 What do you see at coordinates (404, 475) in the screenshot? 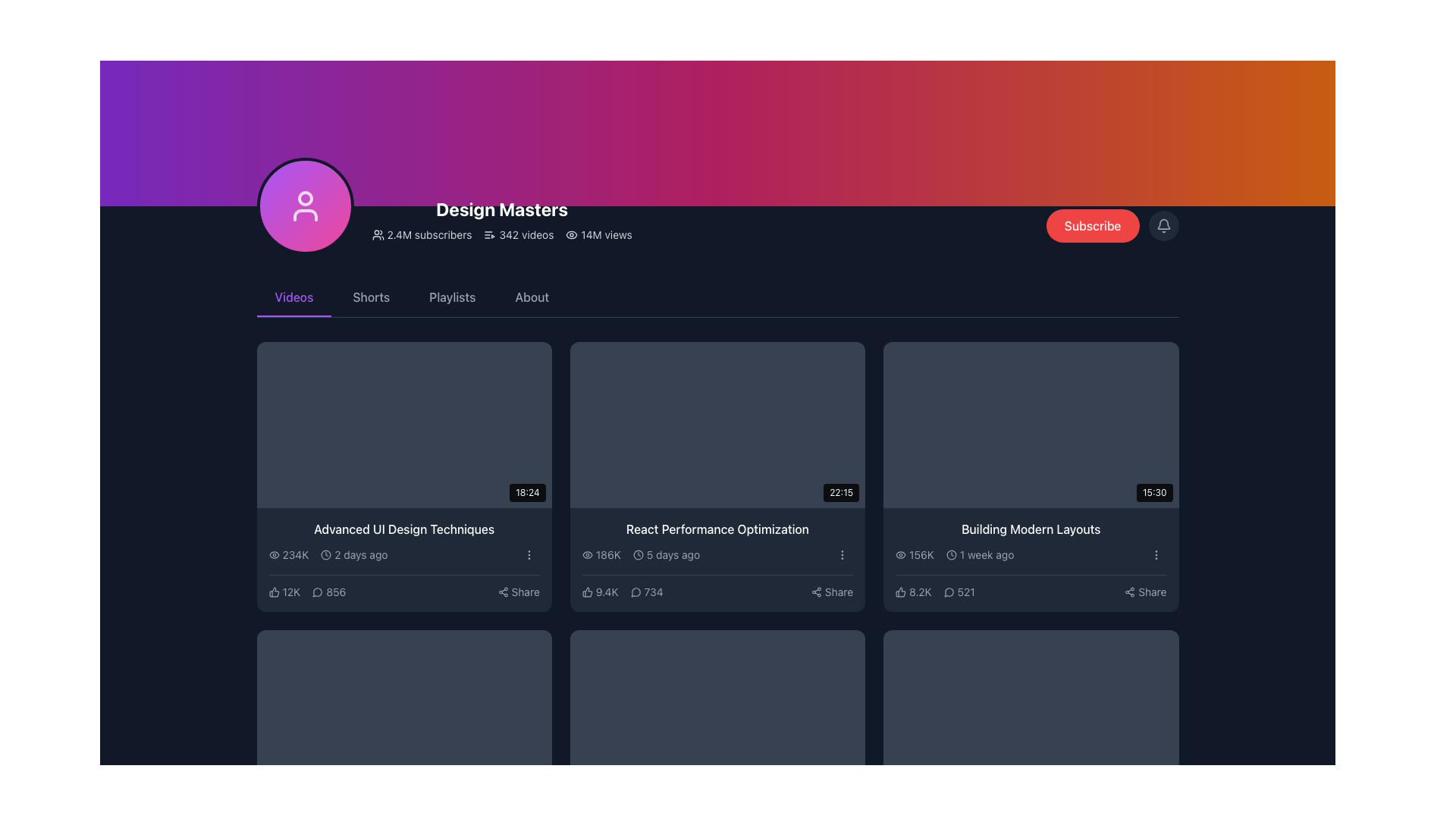
I see `the first video preview card located in the top-left corner of the grid` at bounding box center [404, 475].